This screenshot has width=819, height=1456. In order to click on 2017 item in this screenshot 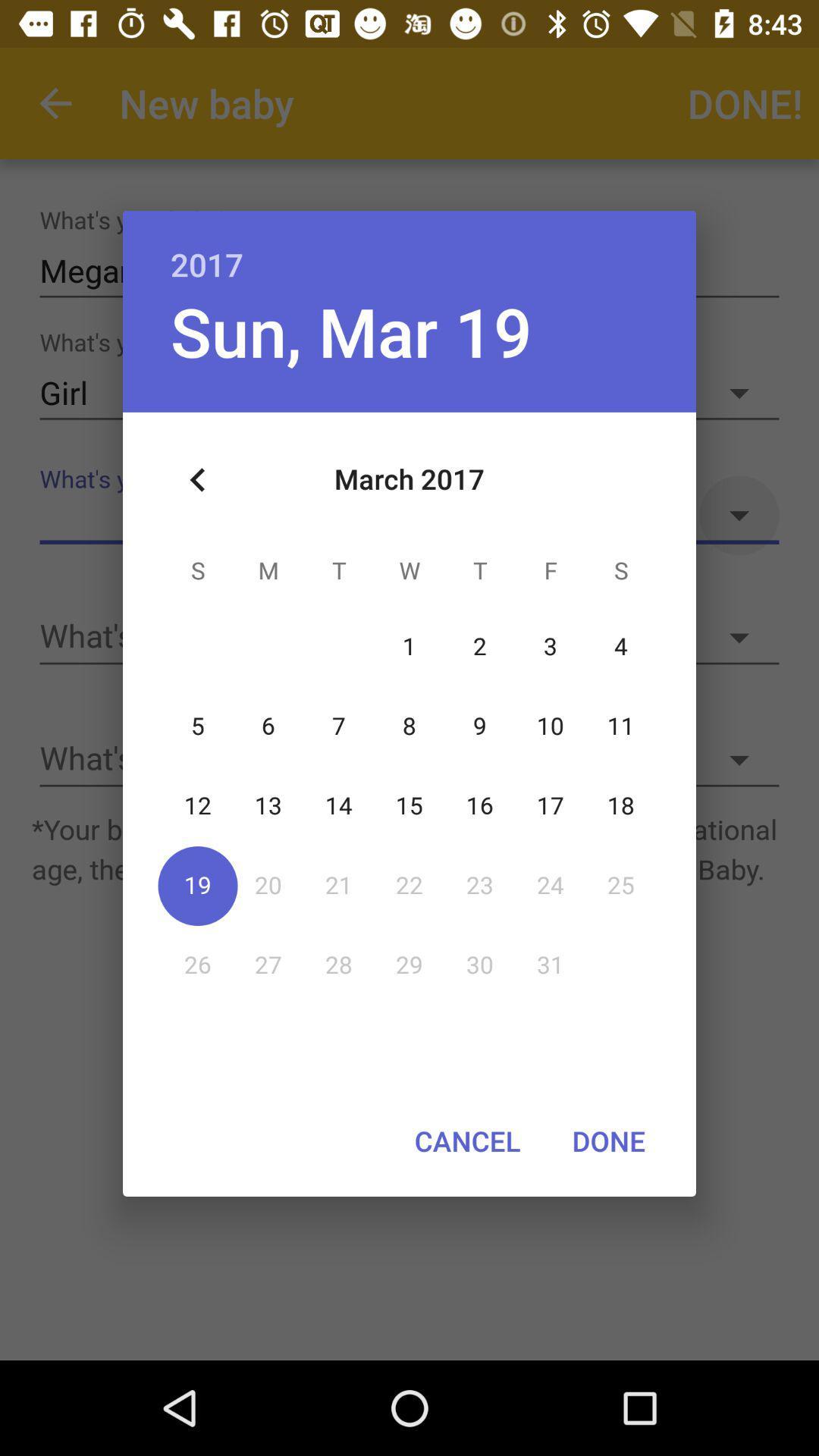, I will do `click(409, 248)`.